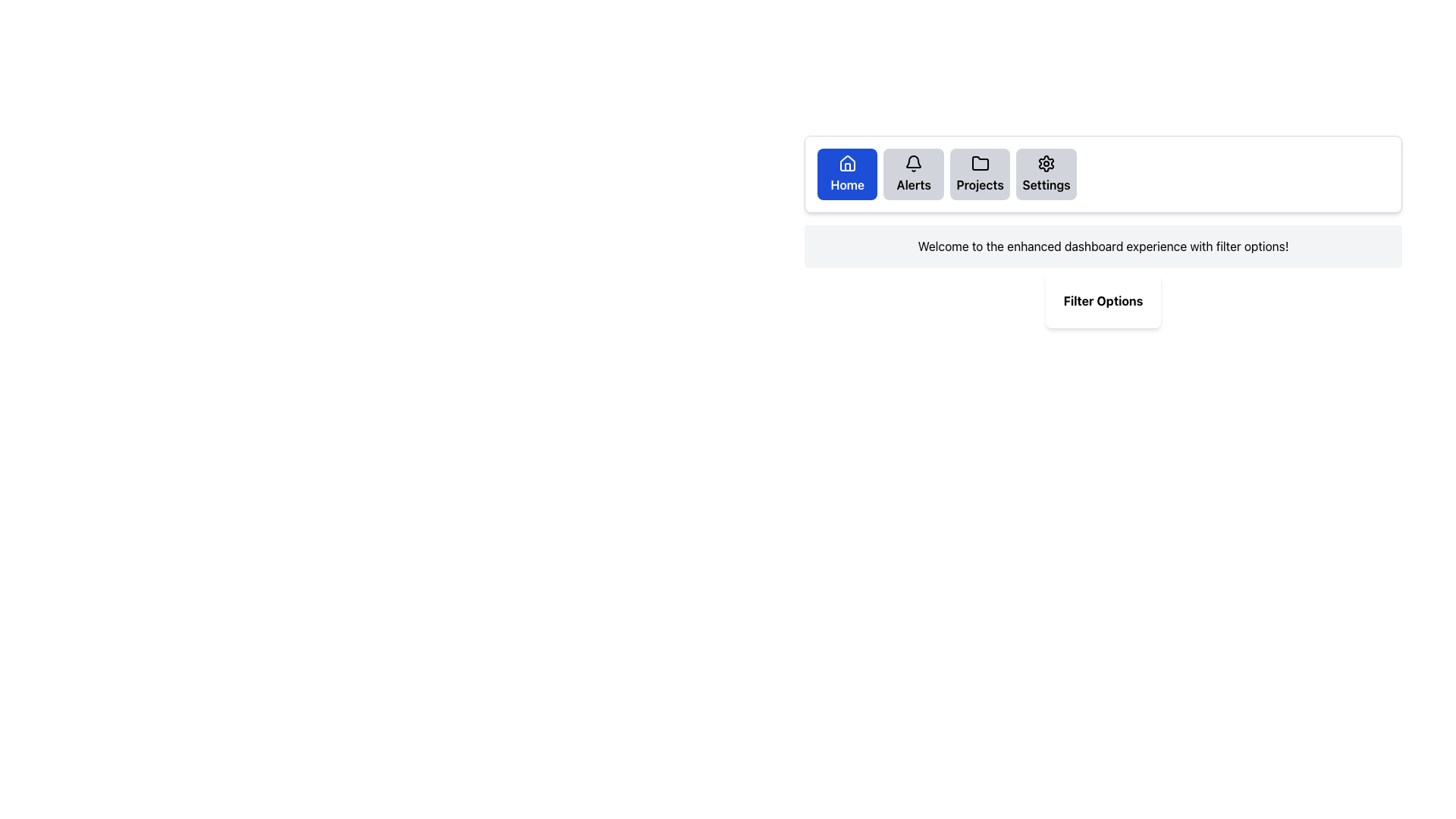  What do you see at coordinates (980, 164) in the screenshot?
I see `the 'Projects' button in the navigation bar` at bounding box center [980, 164].